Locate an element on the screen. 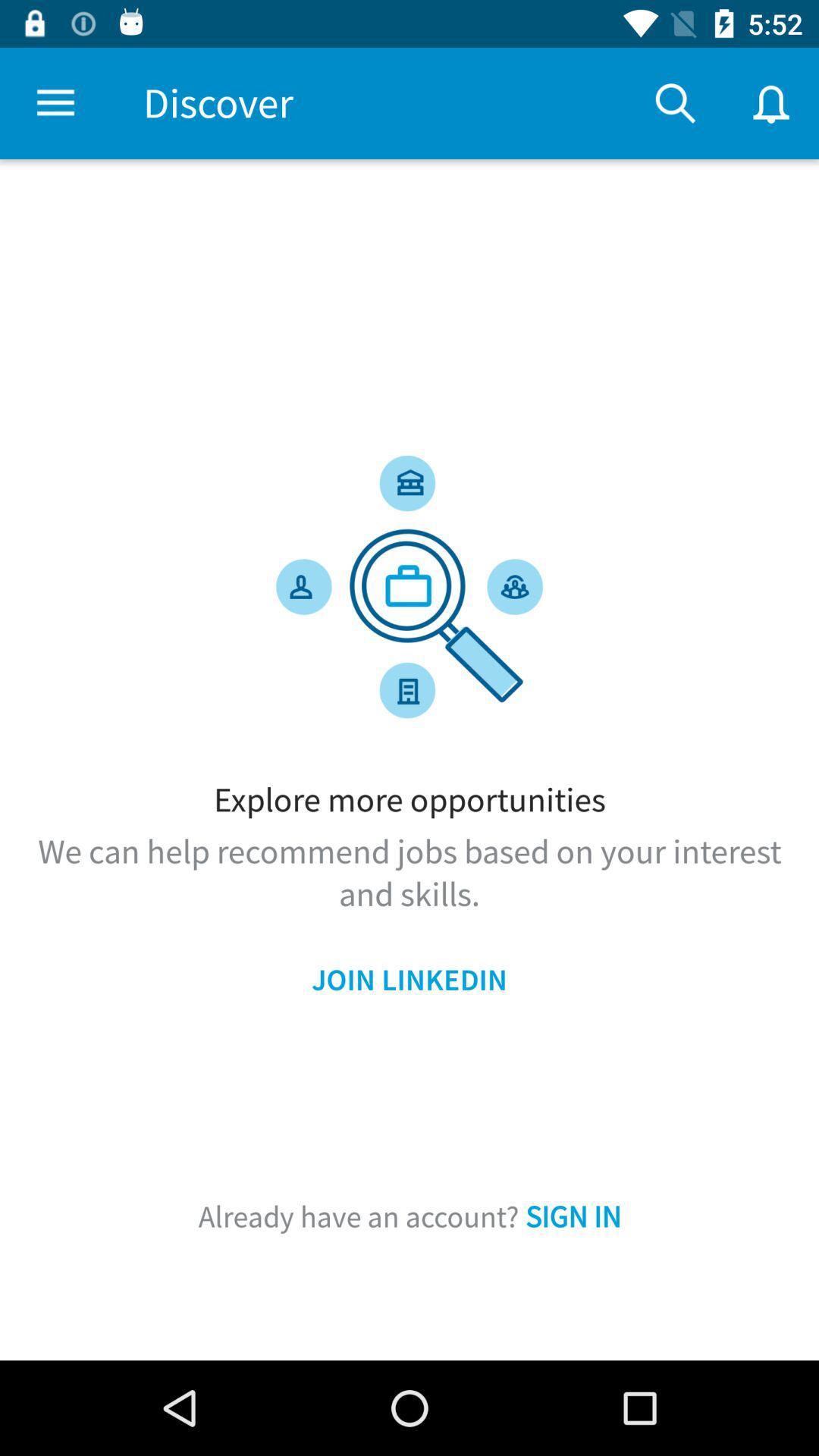 The height and width of the screenshot is (1456, 819). the join linkedin item is located at coordinates (409, 980).